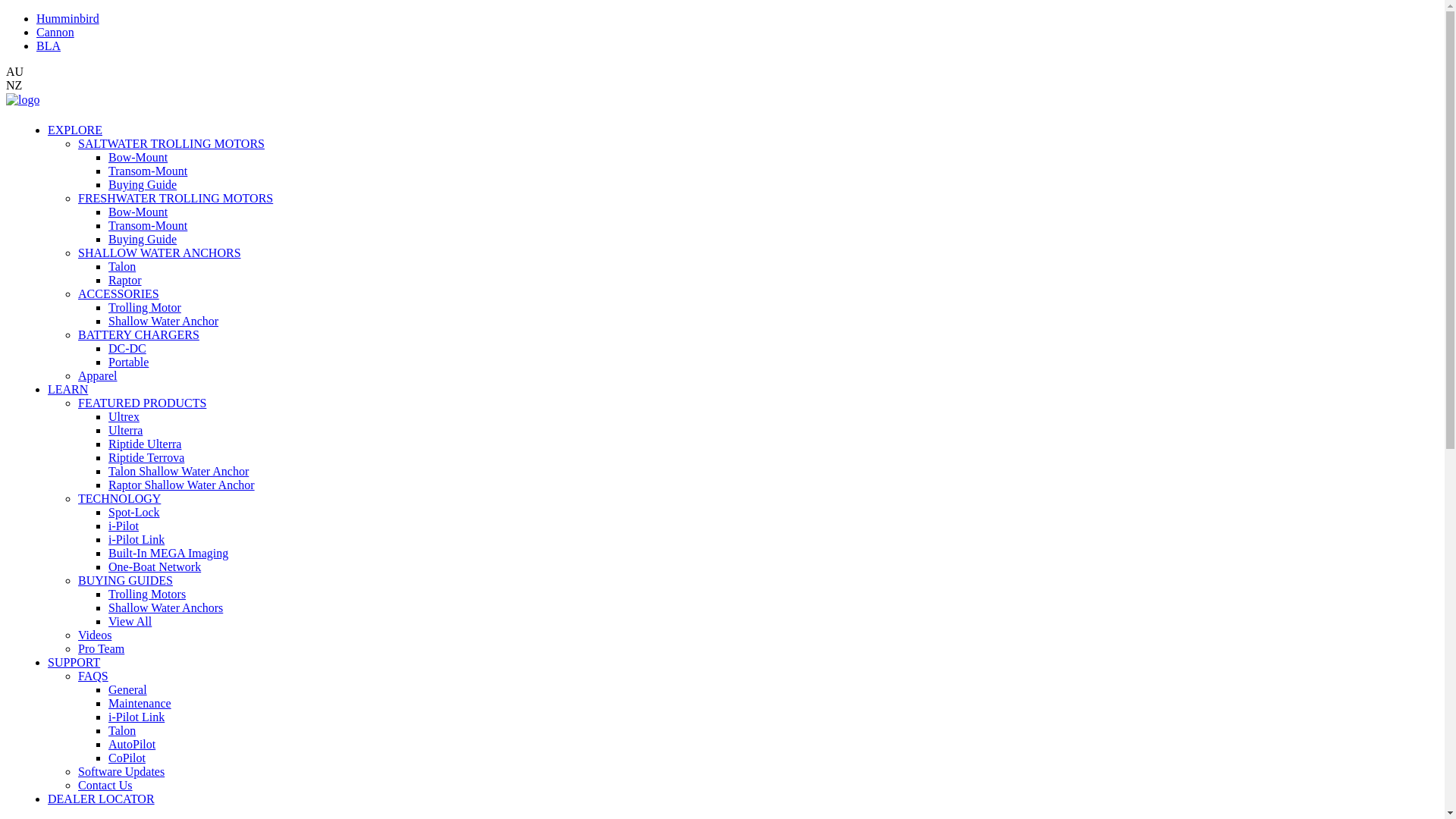 The image size is (1456, 819). What do you see at coordinates (168, 553) in the screenshot?
I see `'Built-In MEGA Imaging'` at bounding box center [168, 553].